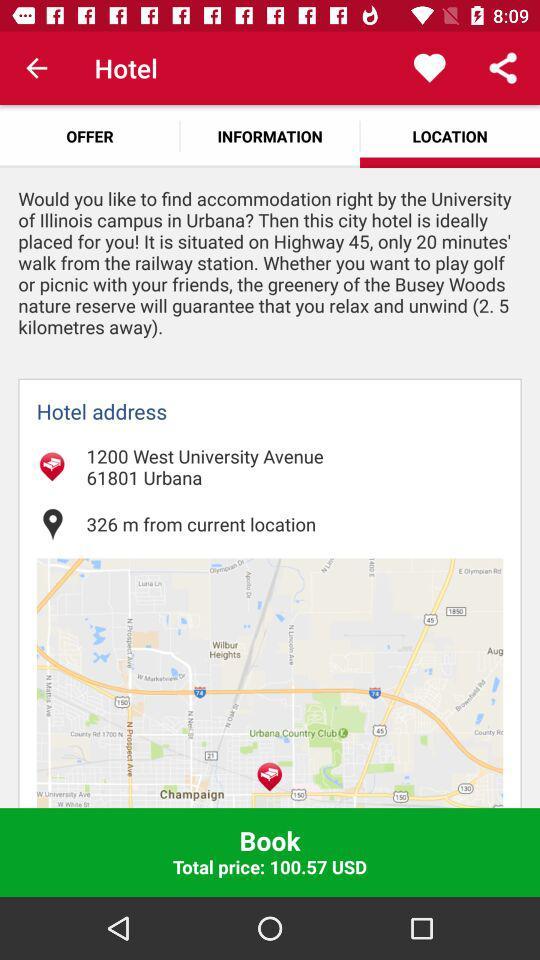 This screenshot has width=540, height=960. I want to click on the app next to location item, so click(270, 135).